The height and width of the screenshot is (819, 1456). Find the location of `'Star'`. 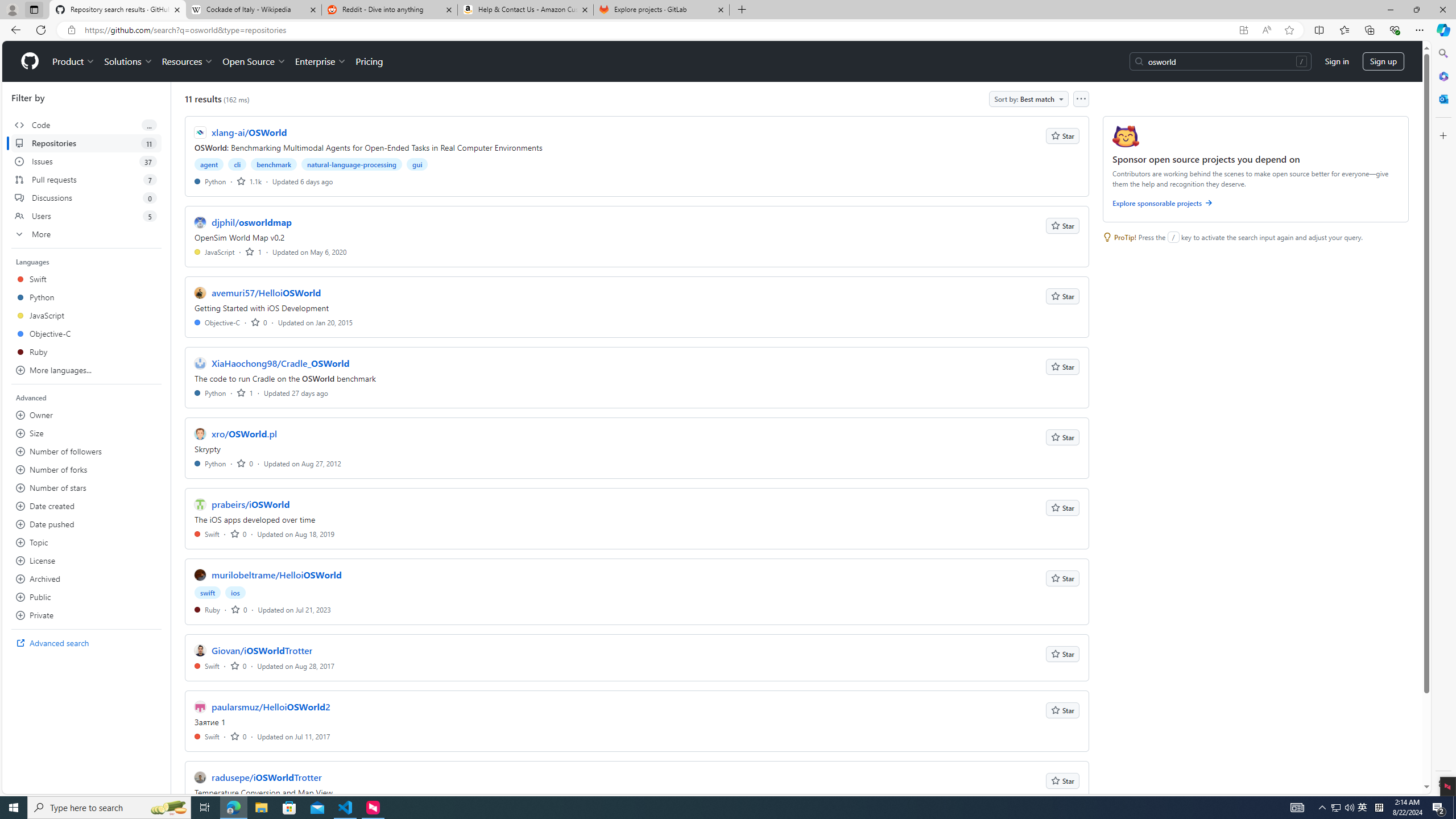

'Star' is located at coordinates (1062, 780).